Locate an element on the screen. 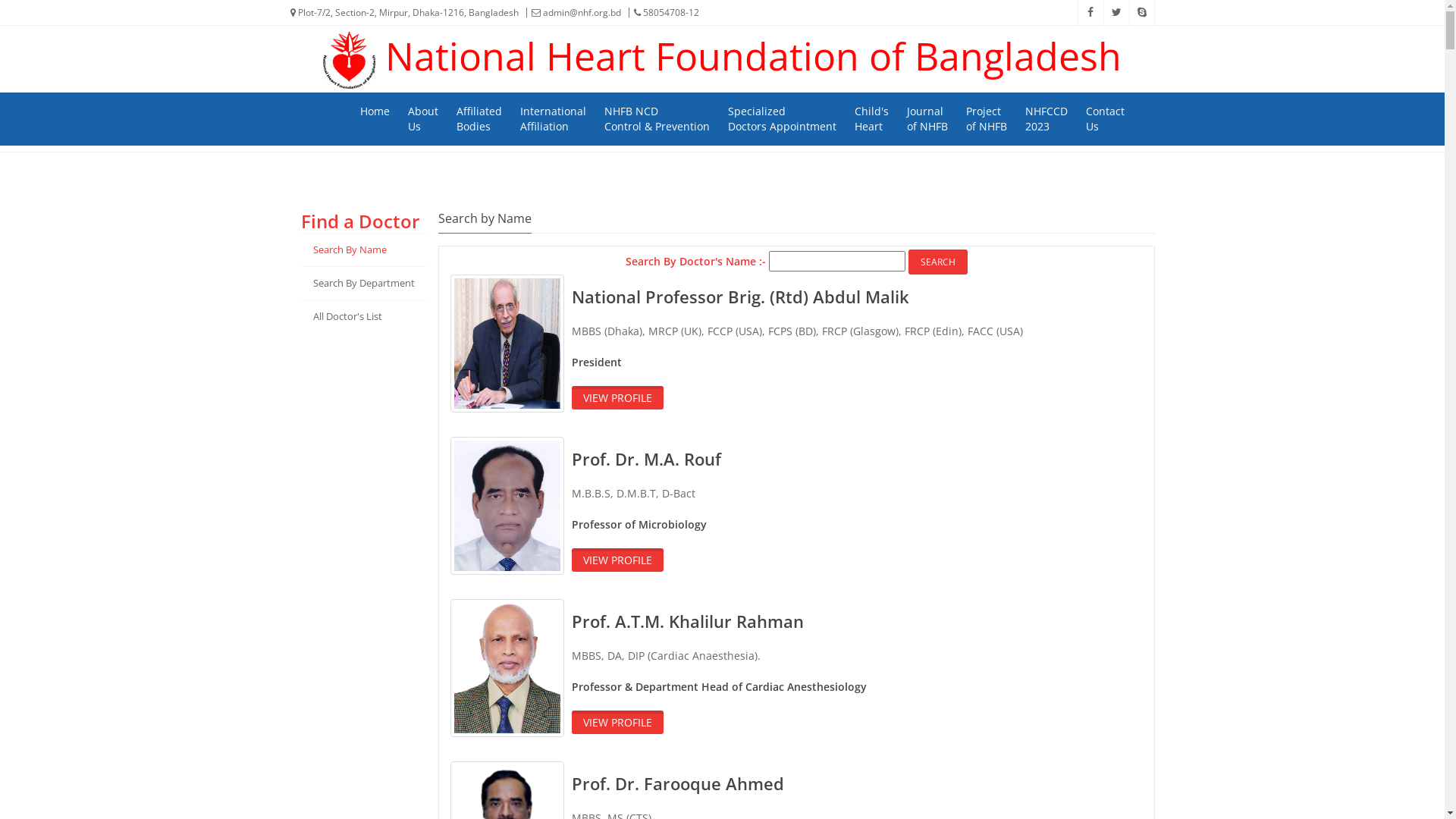 Image resolution: width=1456 pixels, height=819 pixels. 'NHFCCD is located at coordinates (1044, 118).